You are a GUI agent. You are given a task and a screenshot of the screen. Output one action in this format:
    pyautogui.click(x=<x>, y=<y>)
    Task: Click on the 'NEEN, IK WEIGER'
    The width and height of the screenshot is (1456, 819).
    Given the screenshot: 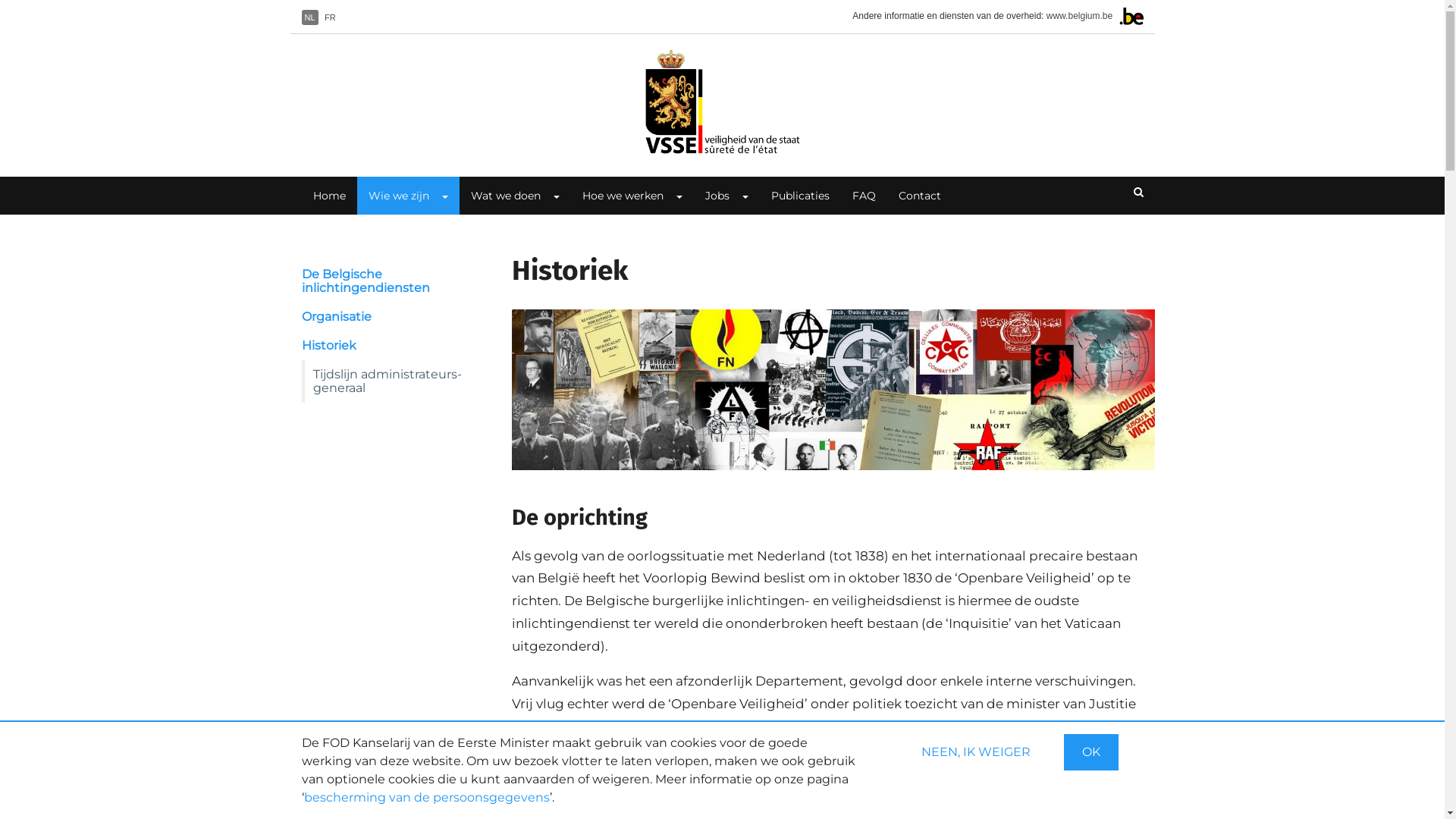 What is the action you would take?
    pyautogui.click(x=975, y=752)
    